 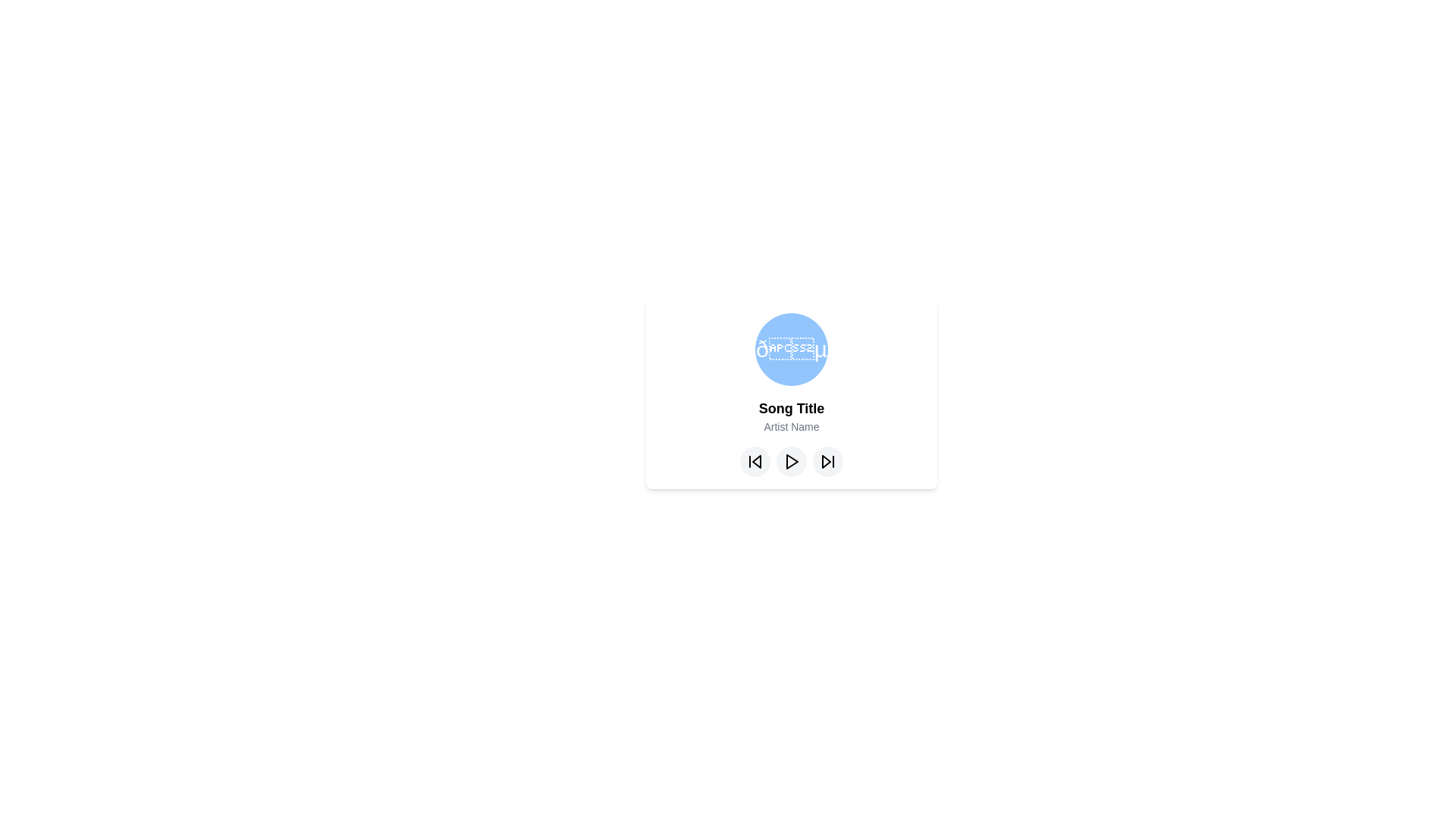 I want to click on the black triangular skip-backwards icon located to the left of the vertical line in the media control row, so click(x=757, y=461).